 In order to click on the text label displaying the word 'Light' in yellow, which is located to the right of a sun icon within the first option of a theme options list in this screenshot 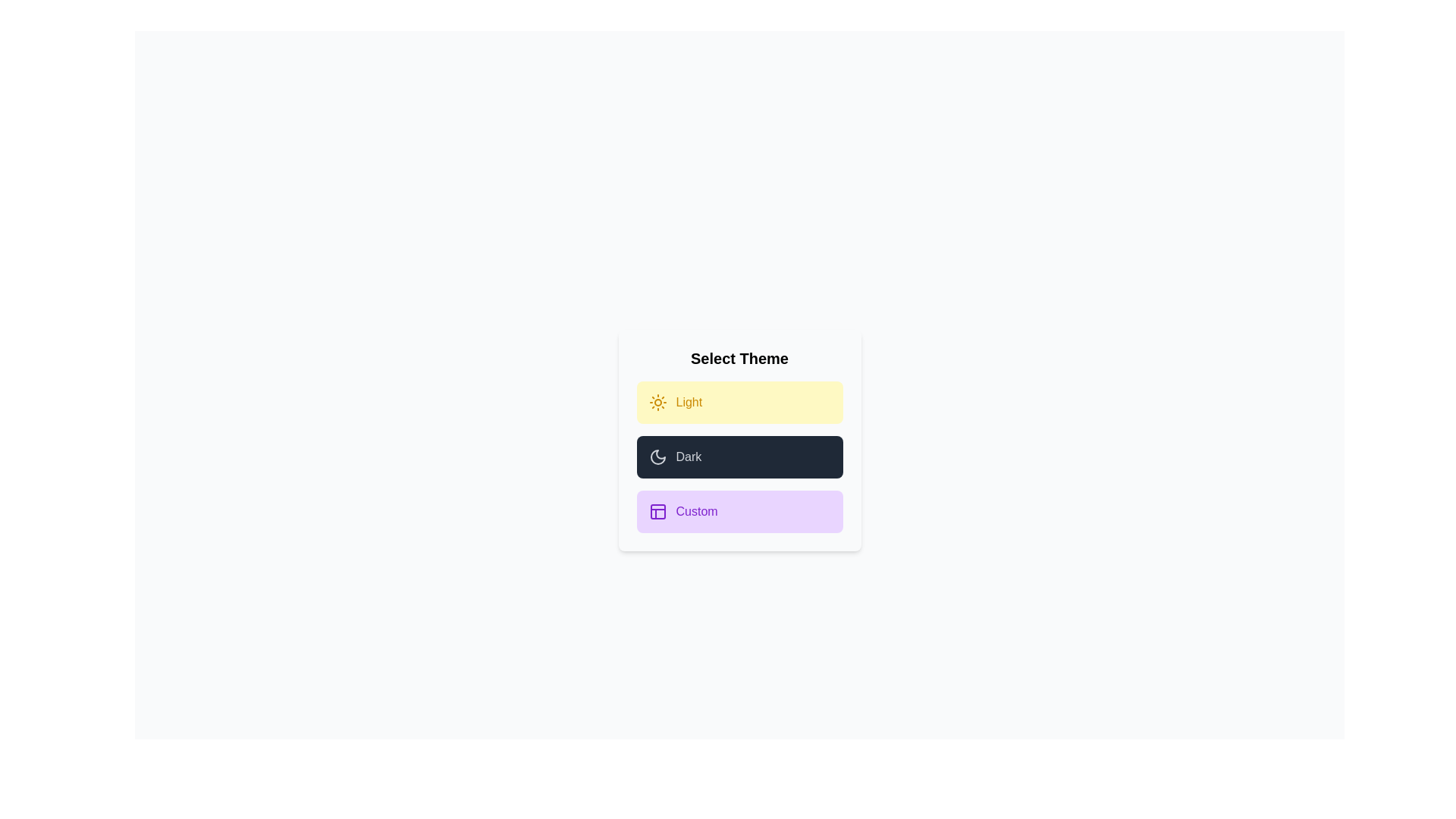, I will do `click(688, 402)`.